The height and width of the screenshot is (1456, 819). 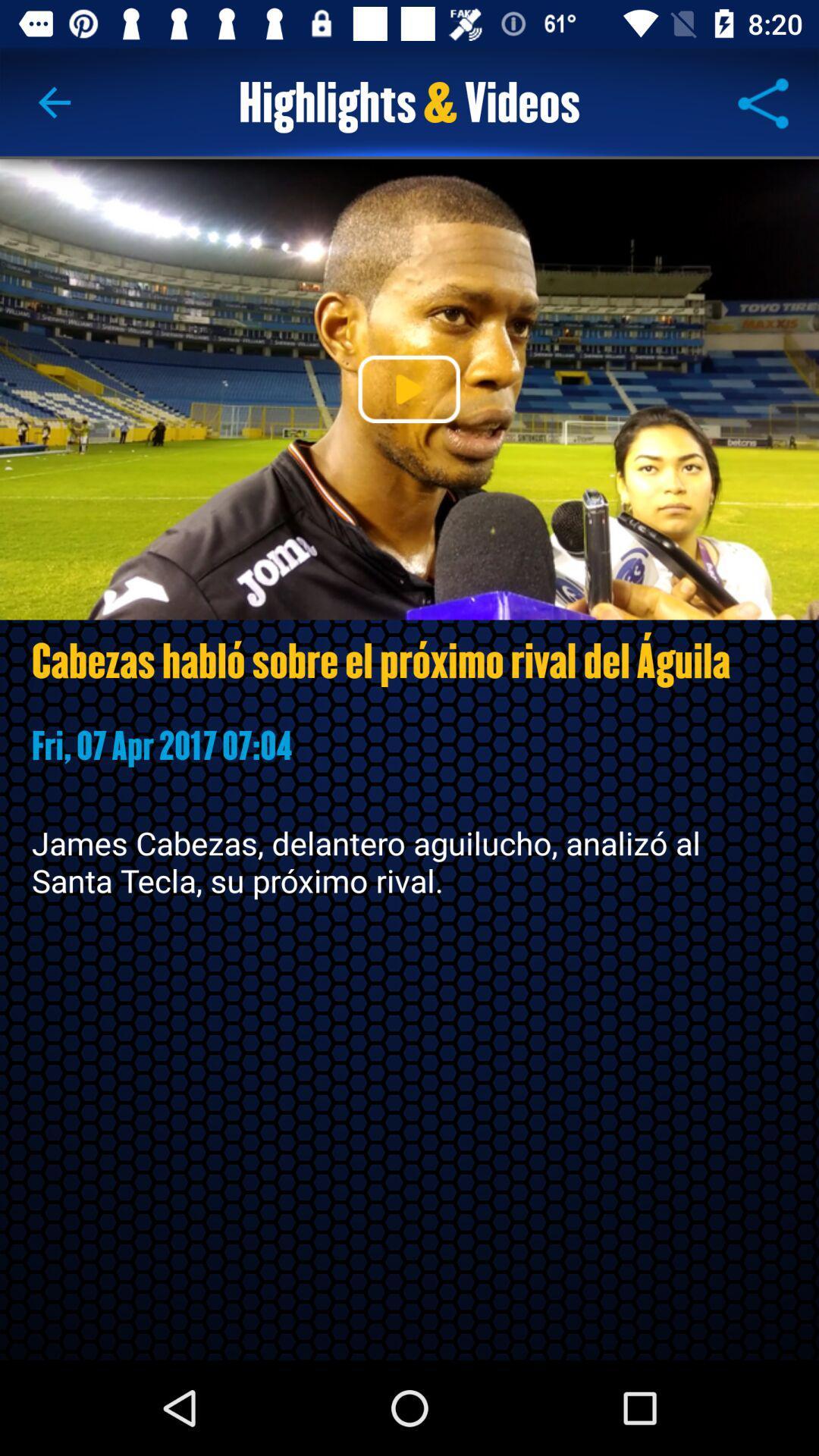 What do you see at coordinates (408, 389) in the screenshot?
I see `playback` at bounding box center [408, 389].